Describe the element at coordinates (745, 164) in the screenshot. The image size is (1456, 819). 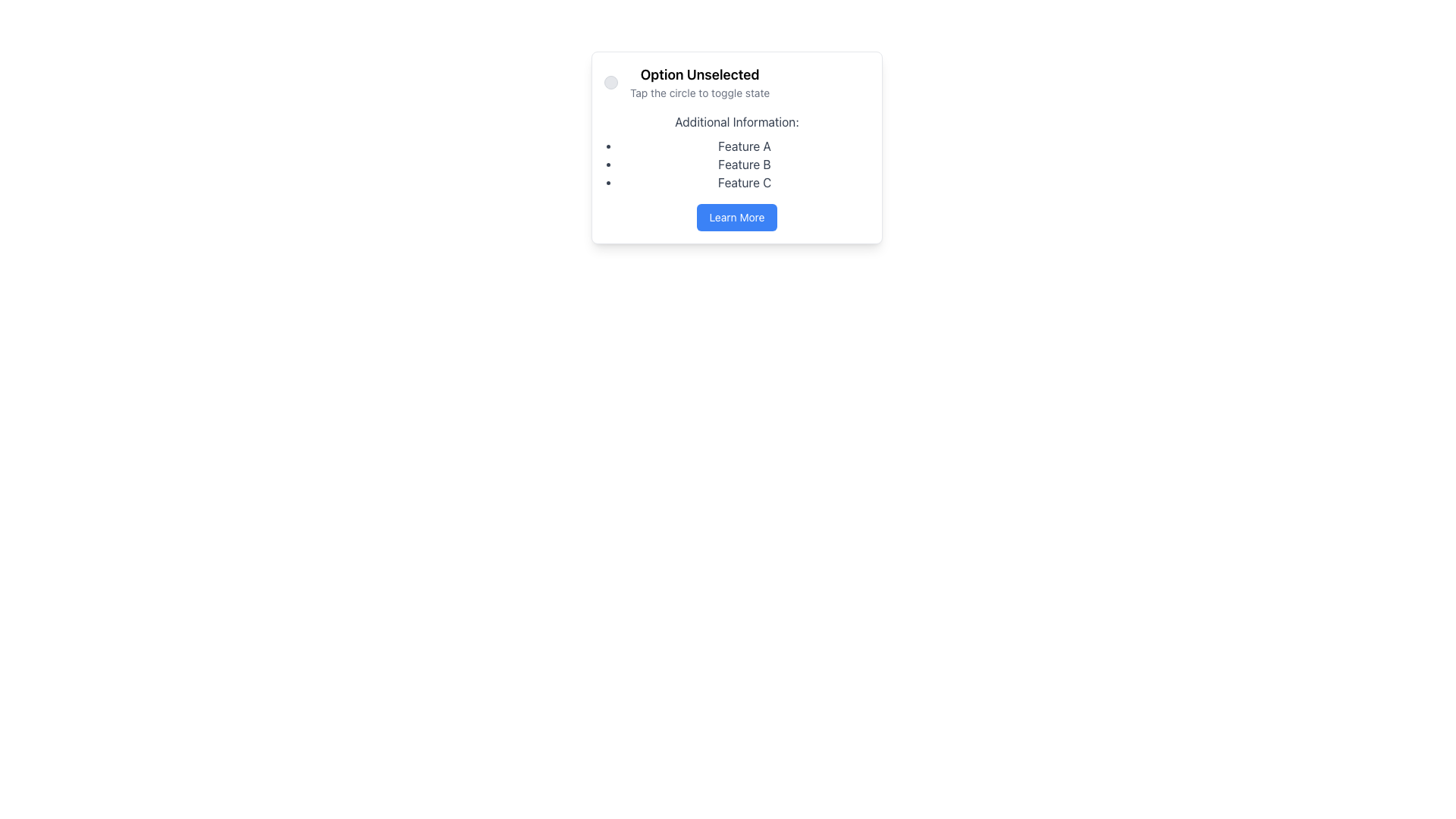
I see `the second item in the bulleted list that provides descriptive information about a feature` at that location.